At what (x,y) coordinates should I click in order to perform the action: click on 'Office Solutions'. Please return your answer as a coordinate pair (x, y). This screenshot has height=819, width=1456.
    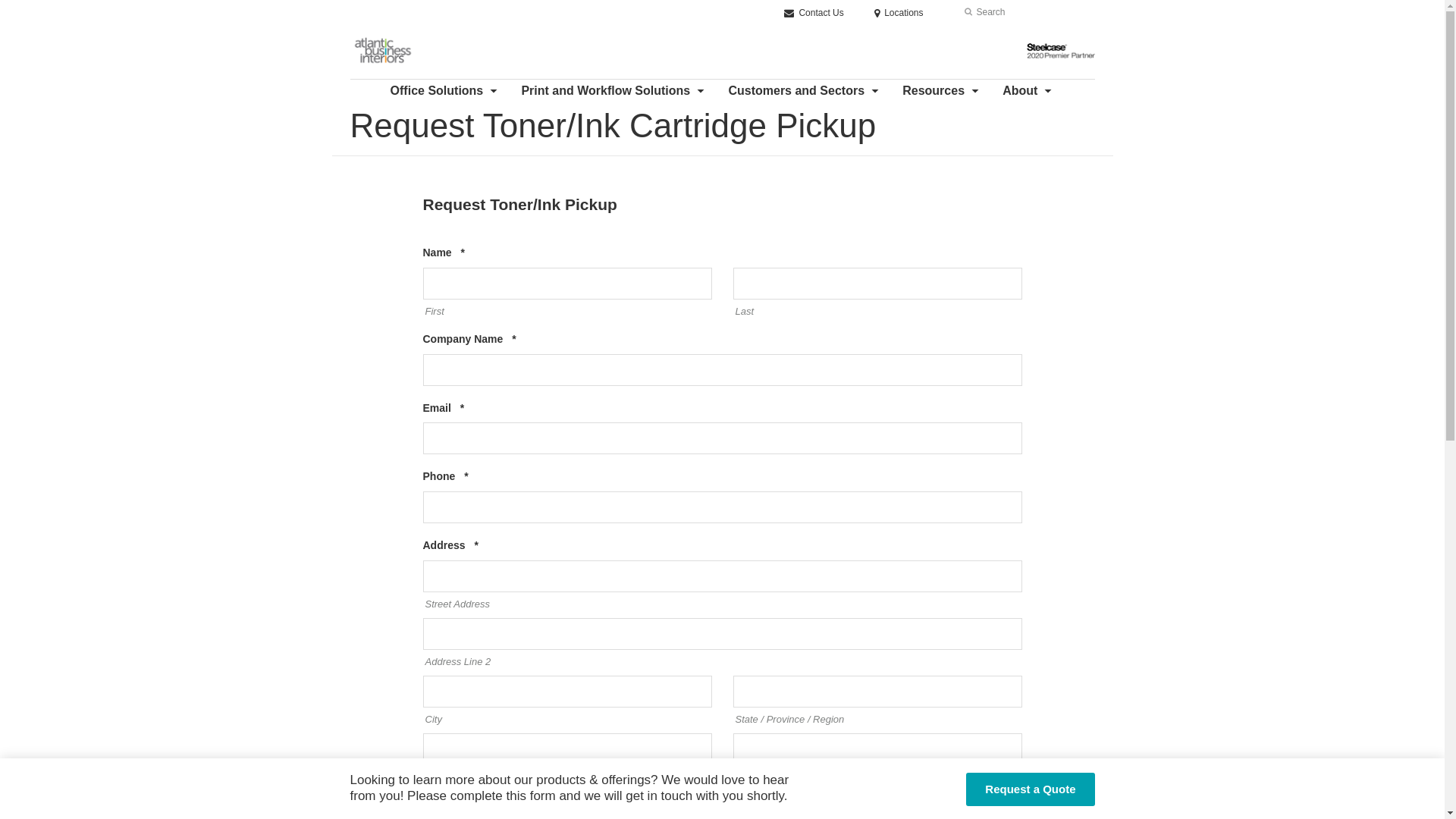
    Looking at the image, I should click on (444, 90).